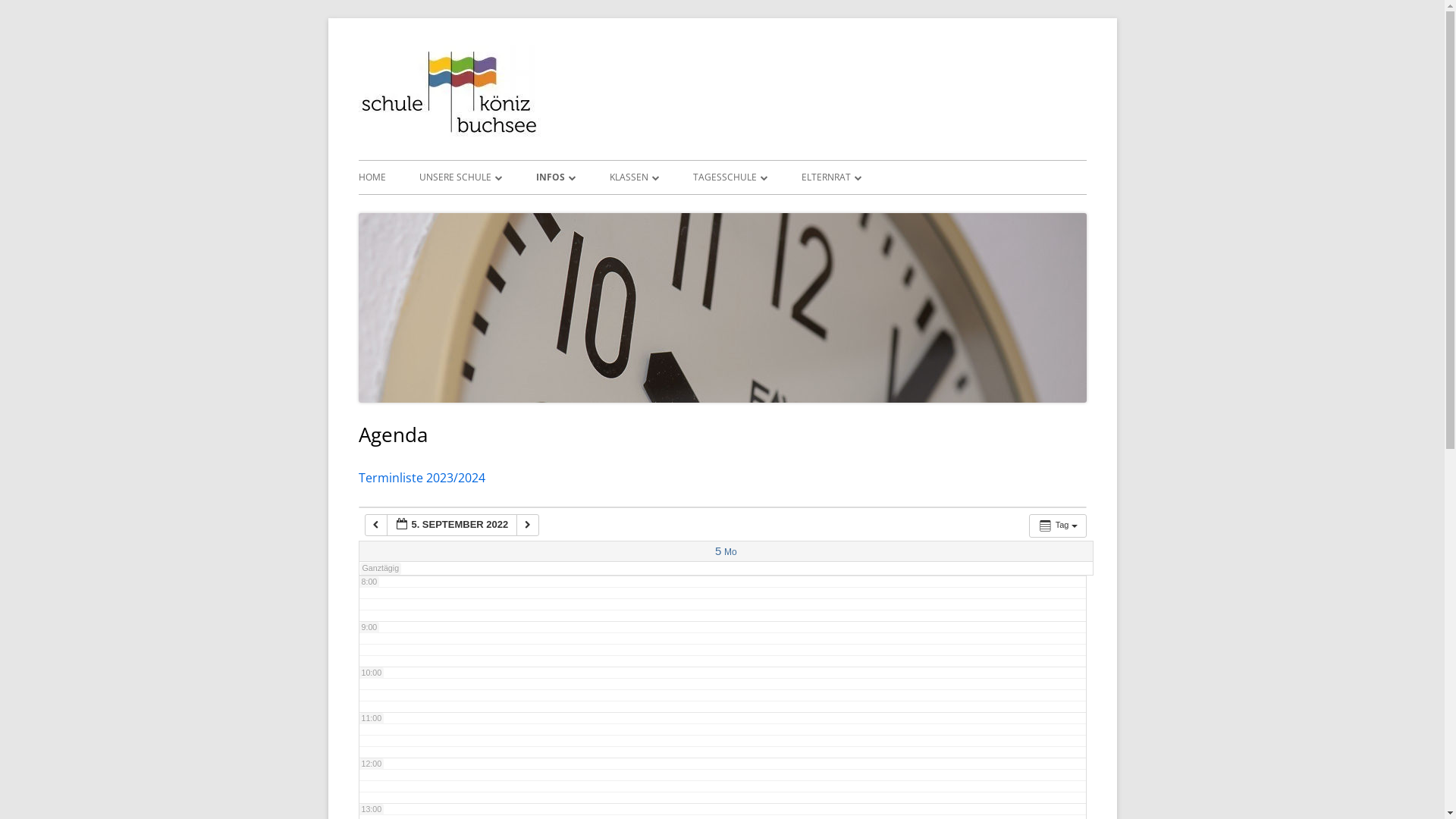  Describe the element at coordinates (830, 177) in the screenshot. I see `'ELTERNRAT'` at that location.